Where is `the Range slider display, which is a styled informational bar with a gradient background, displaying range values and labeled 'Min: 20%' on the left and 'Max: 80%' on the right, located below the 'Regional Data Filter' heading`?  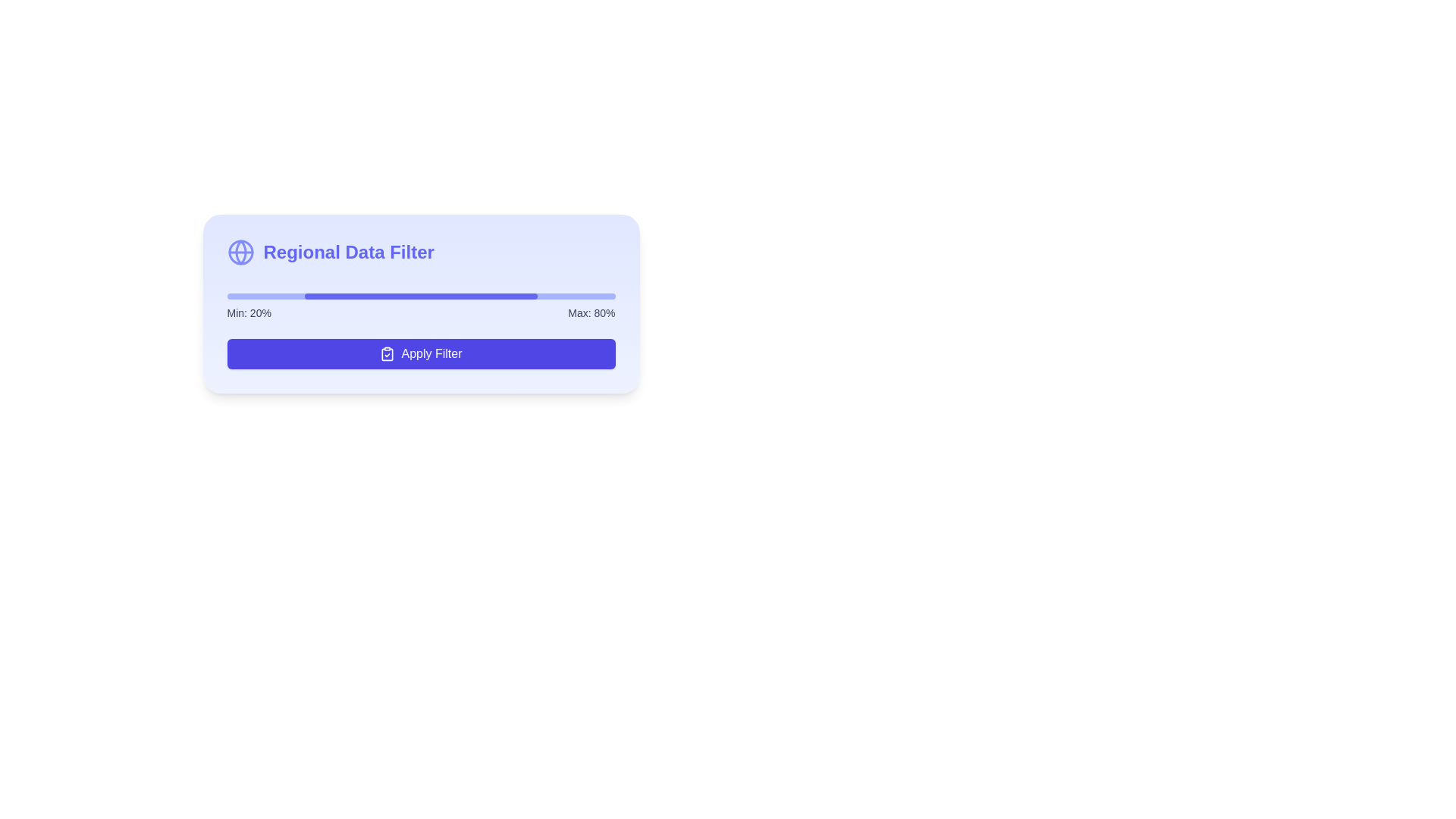 the Range slider display, which is a styled informational bar with a gradient background, displaying range values and labeled 'Min: 20%' on the left and 'Max: 80%' on the right, located below the 'Regional Data Filter' heading is located at coordinates (421, 302).